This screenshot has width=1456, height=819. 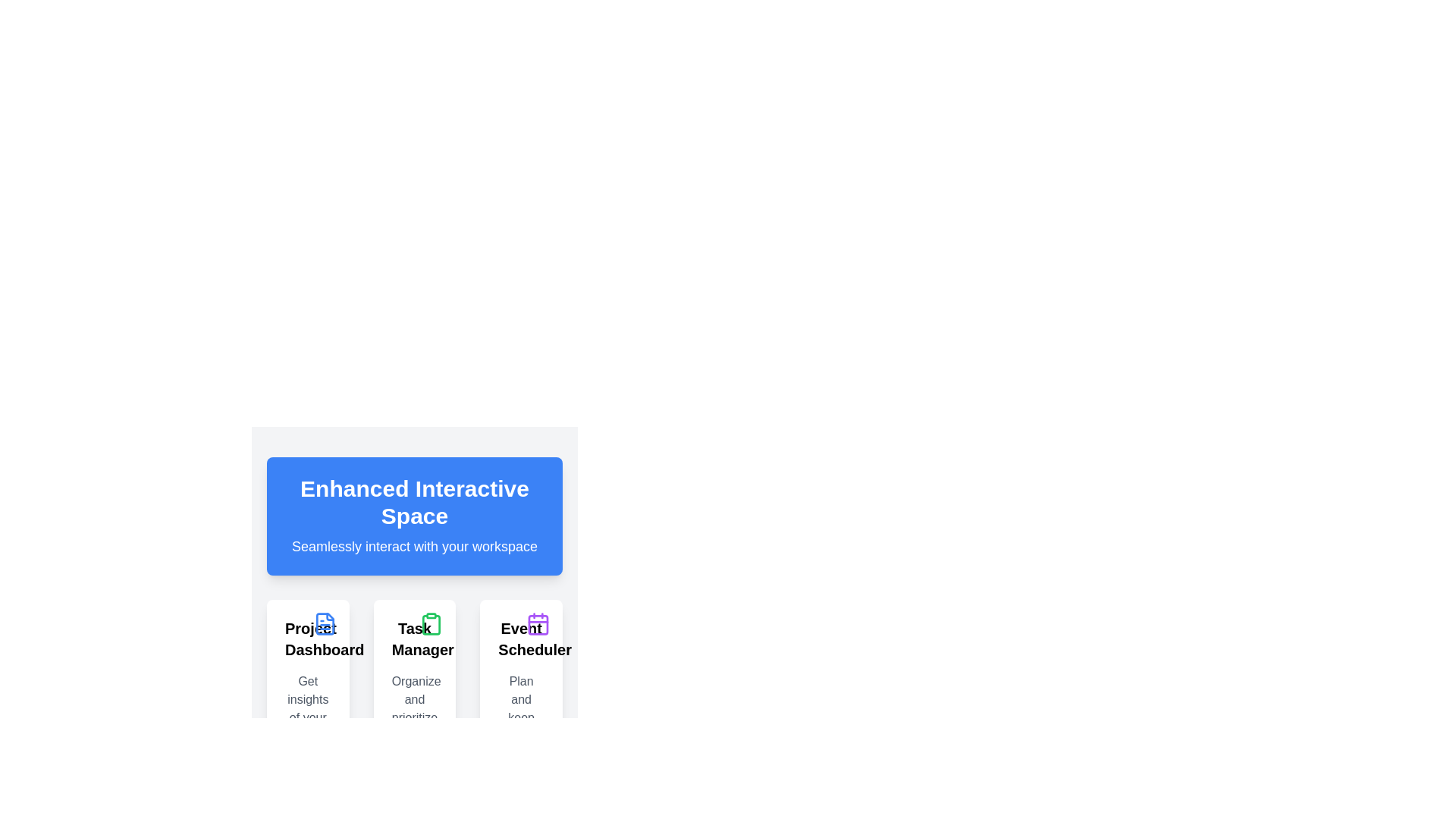 What do you see at coordinates (324, 623) in the screenshot?
I see `the document icon styled with 'text-blue-500' located in the top-right corner of the 'Project Dashboard' card` at bounding box center [324, 623].